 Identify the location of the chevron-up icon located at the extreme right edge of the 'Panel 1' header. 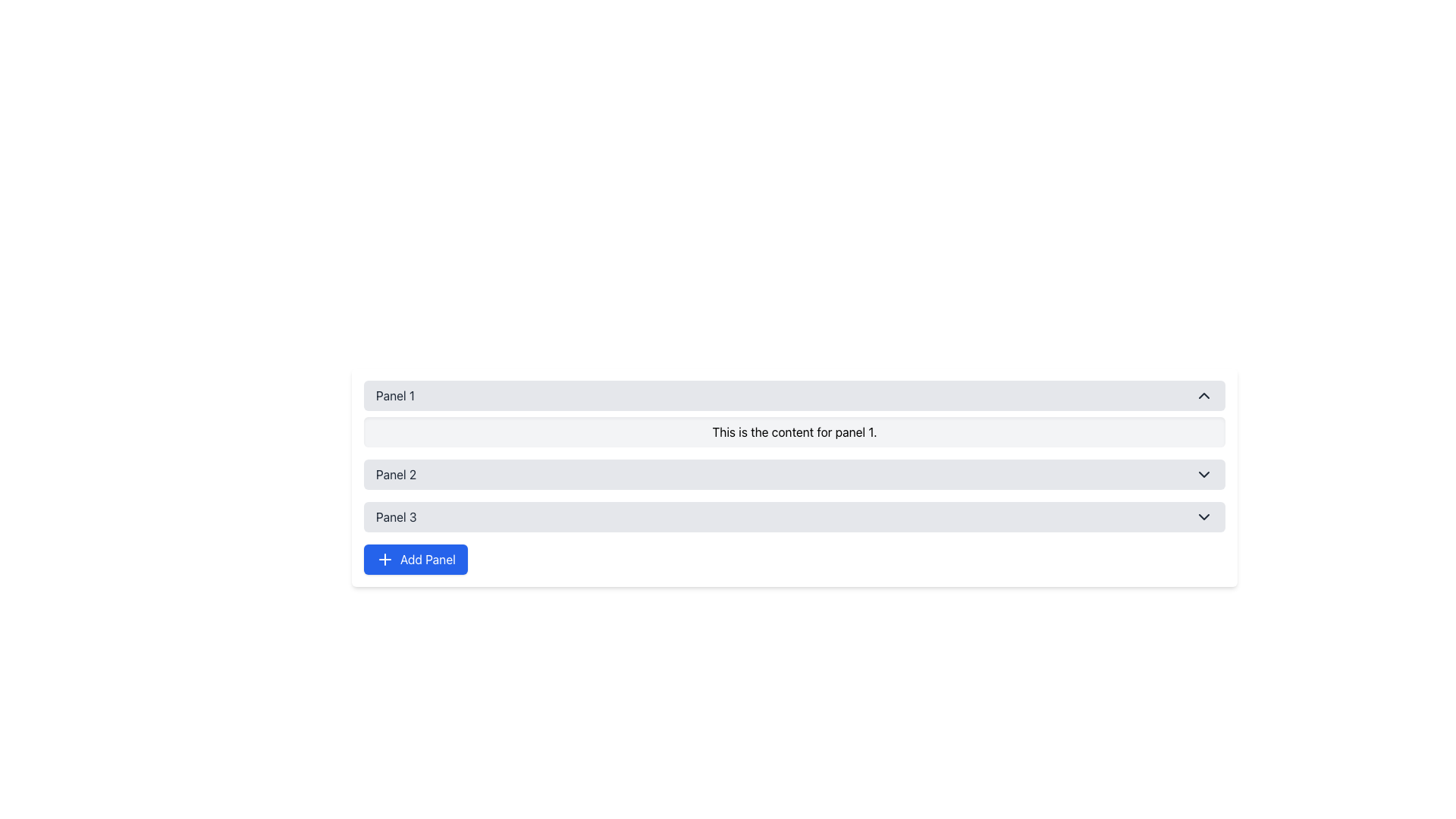
(1203, 394).